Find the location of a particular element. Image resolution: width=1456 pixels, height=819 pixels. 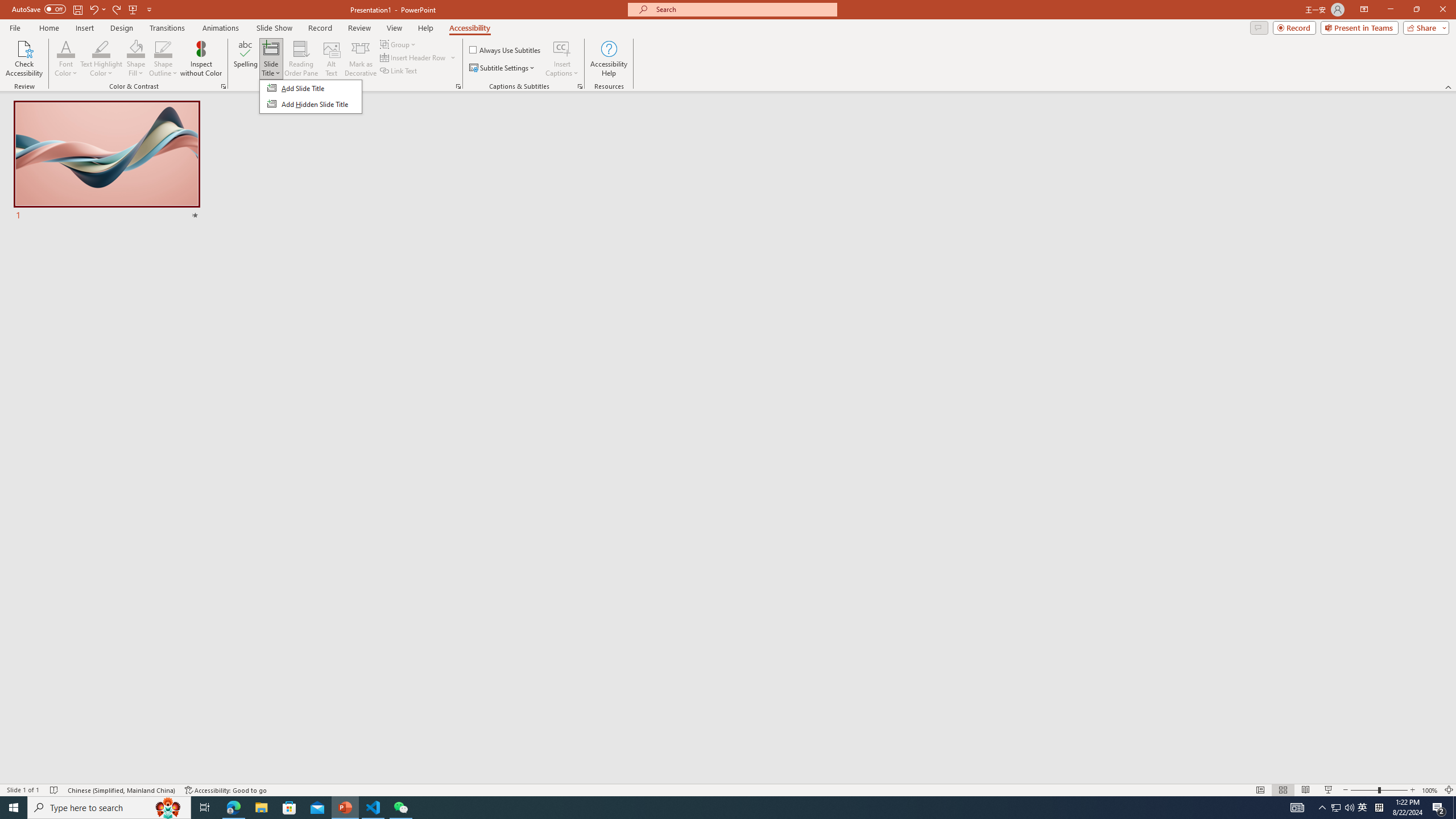

'Inspect without Color' is located at coordinates (201, 59).